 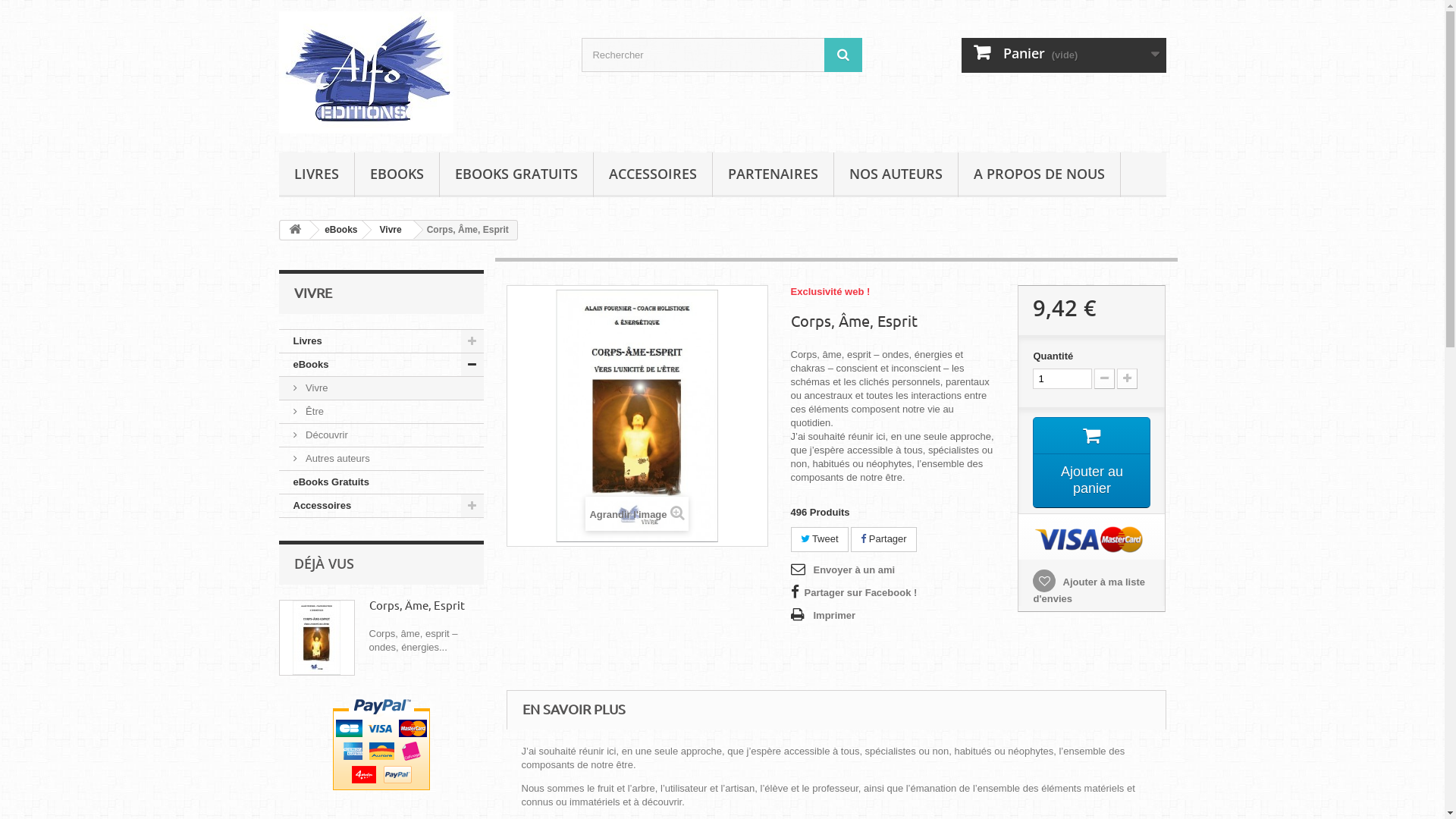 What do you see at coordinates (516, 174) in the screenshot?
I see `'EBOOKS GRATUITS'` at bounding box center [516, 174].